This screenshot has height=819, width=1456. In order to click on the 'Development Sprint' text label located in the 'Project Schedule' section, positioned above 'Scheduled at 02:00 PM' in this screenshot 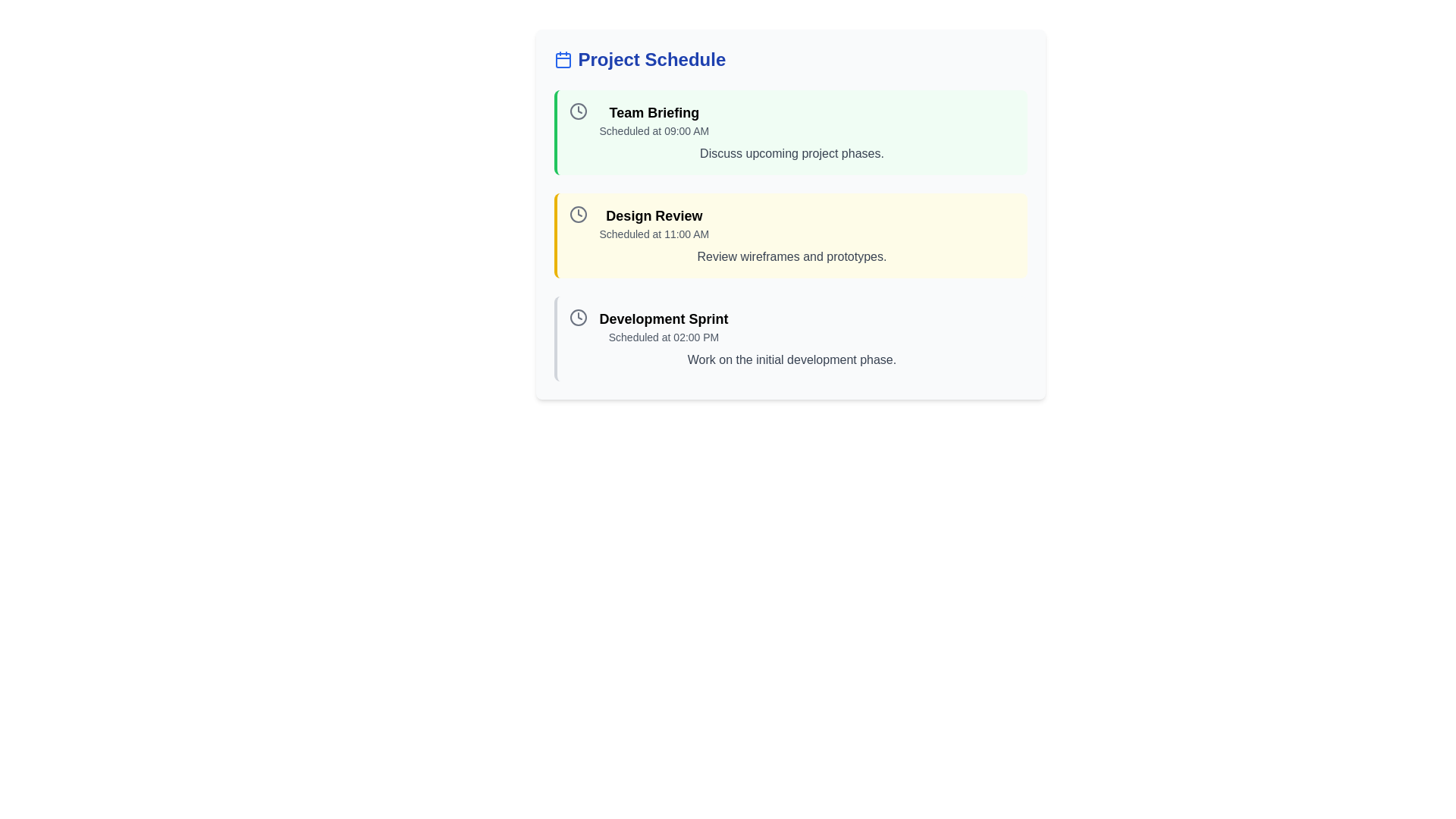, I will do `click(664, 318)`.